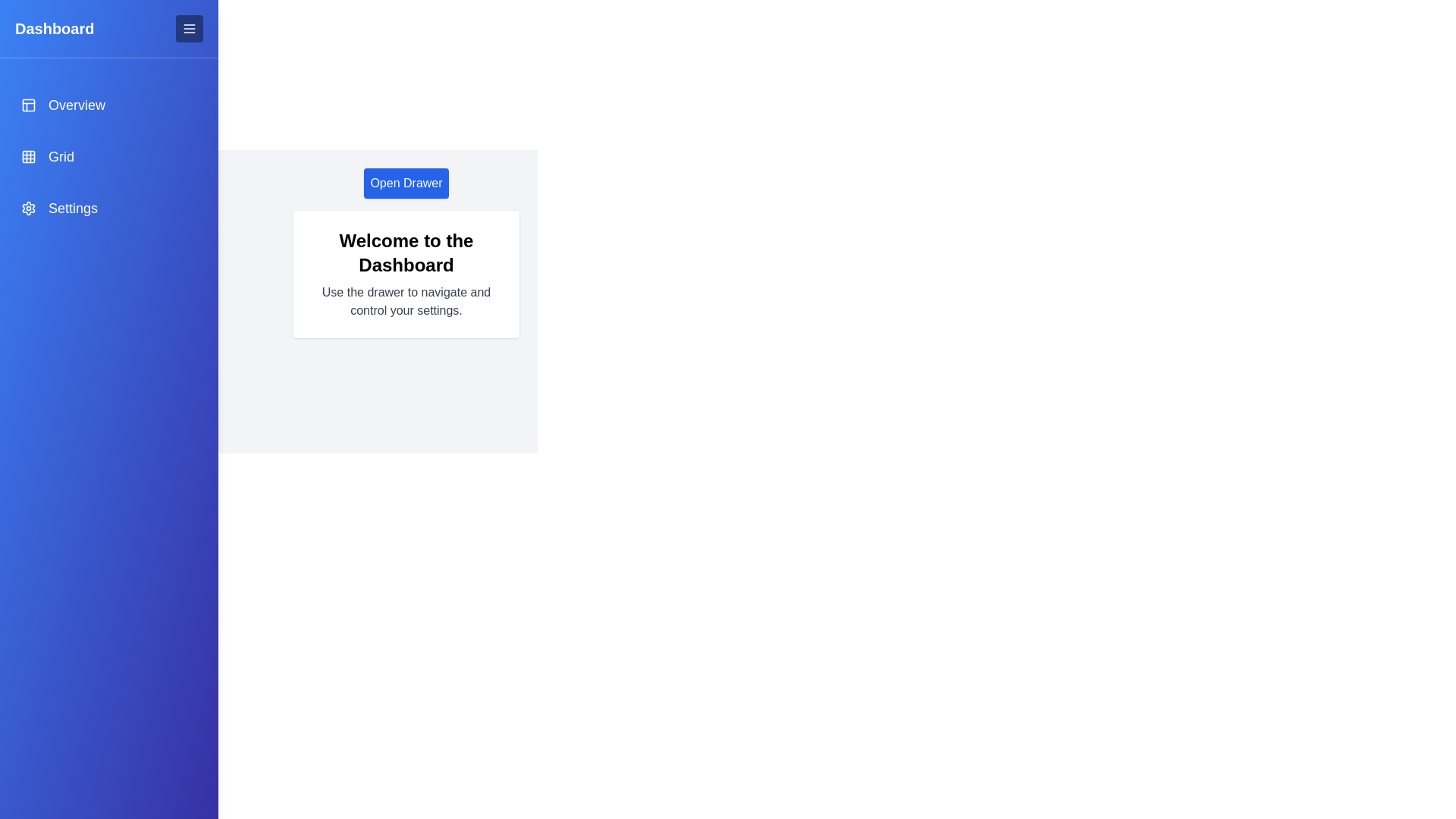  What do you see at coordinates (406, 183) in the screenshot?
I see `the 'Open Drawer' button to open the drawer` at bounding box center [406, 183].